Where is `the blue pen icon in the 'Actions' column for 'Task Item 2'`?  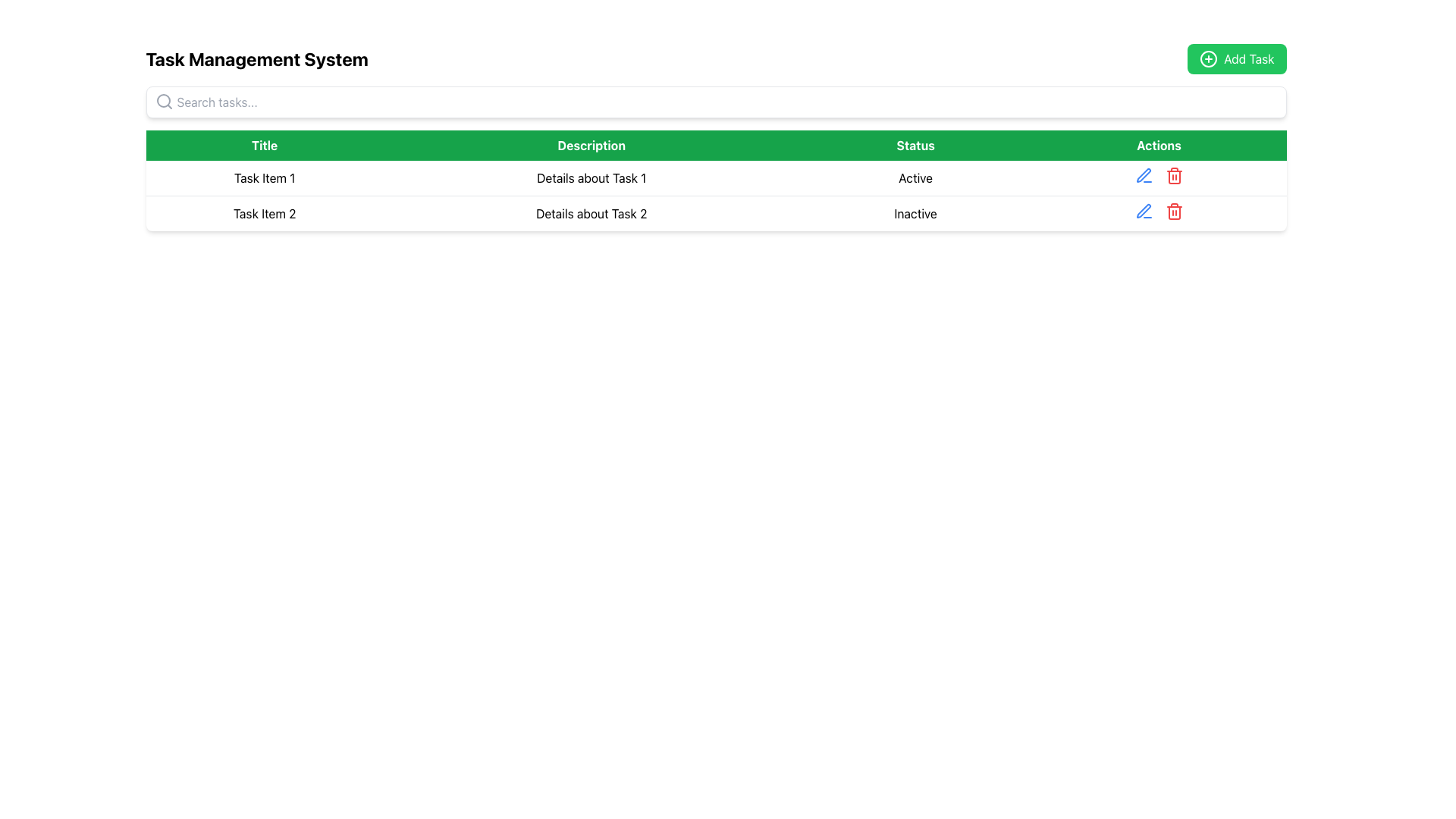
the blue pen icon in the 'Actions' column for 'Task Item 2' is located at coordinates (1144, 174).